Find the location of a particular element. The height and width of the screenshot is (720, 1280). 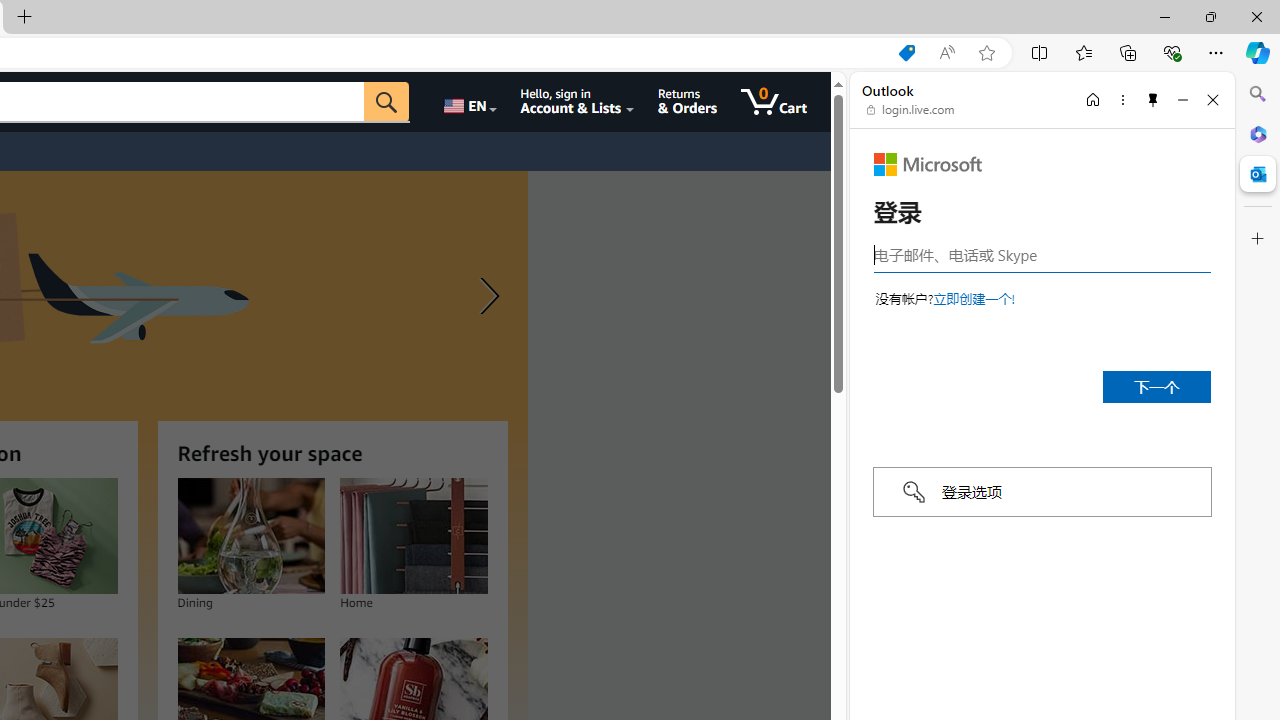

'Hello, sign in Account & Lists' is located at coordinates (576, 101).